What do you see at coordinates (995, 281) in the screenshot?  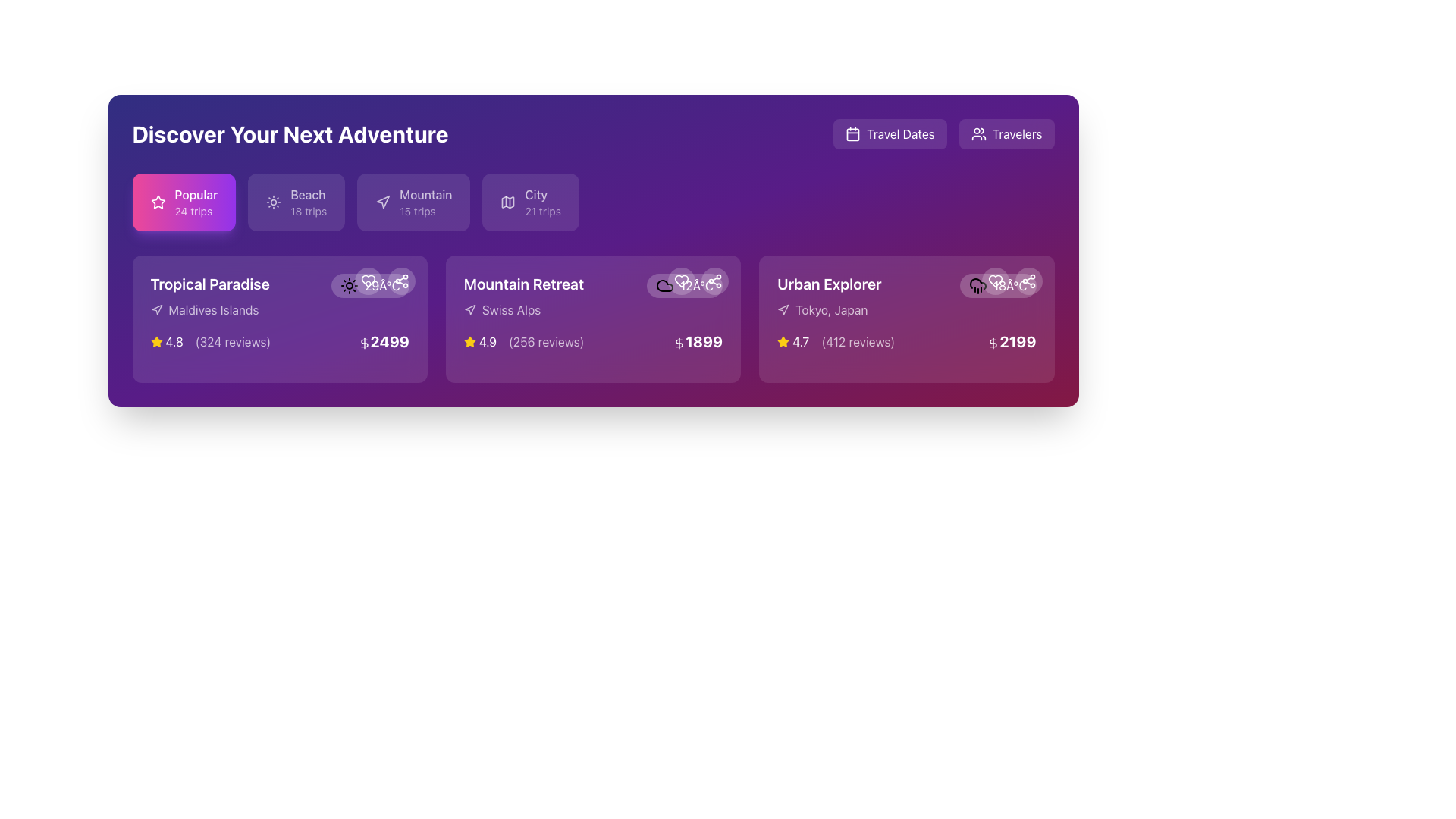 I see `the circular button with a semi-transparent white background and a white heart icon inside it, located in the row of buttons near the top-right corner of the 'Urban Explorer' card, specifically the second button from the left, to mark it as favorite` at bounding box center [995, 281].